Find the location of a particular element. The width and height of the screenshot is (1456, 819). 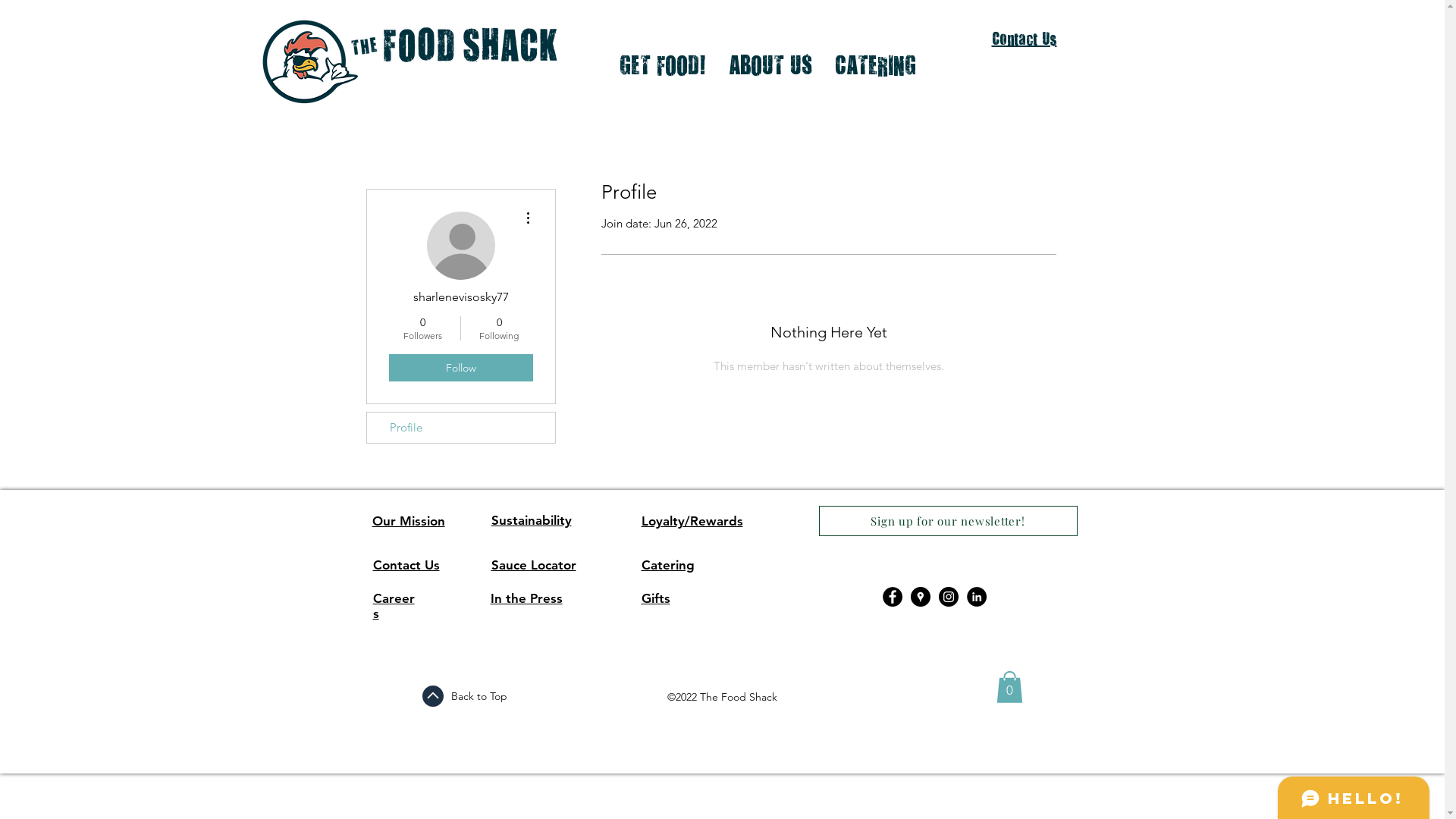

'Careers' is located at coordinates (394, 604).